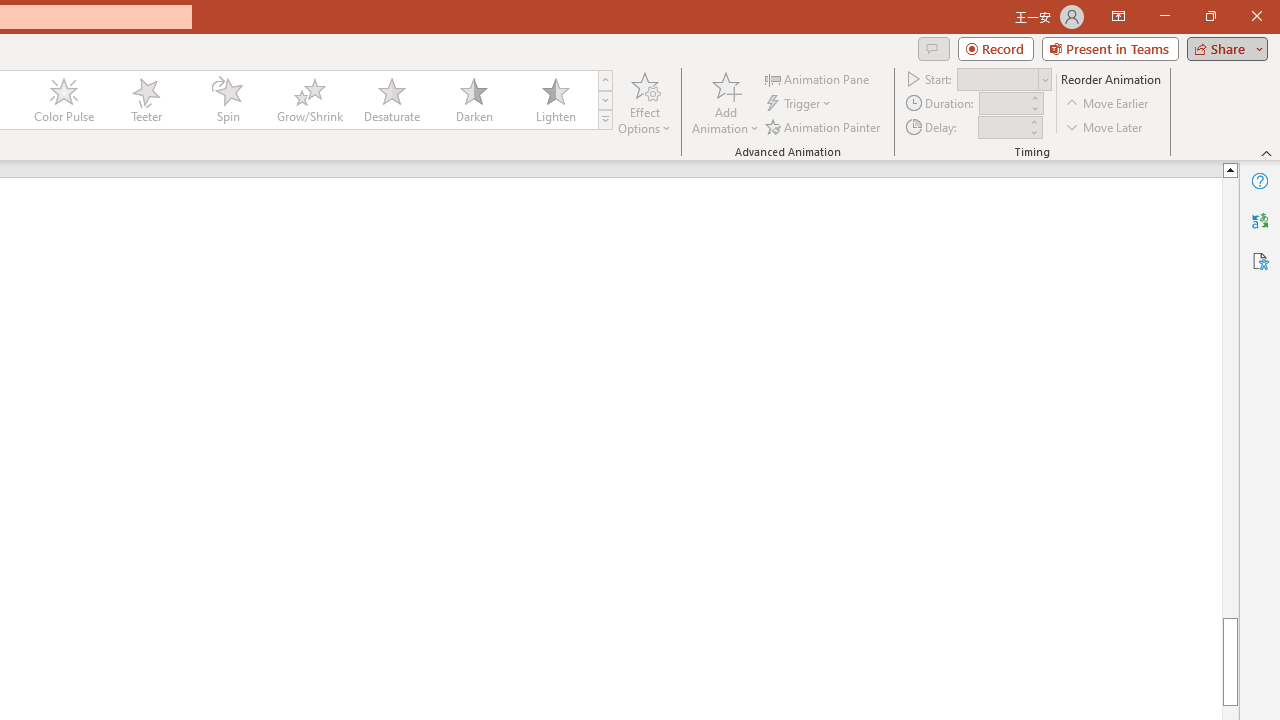  What do you see at coordinates (645, 103) in the screenshot?
I see `'Effect Options'` at bounding box center [645, 103].